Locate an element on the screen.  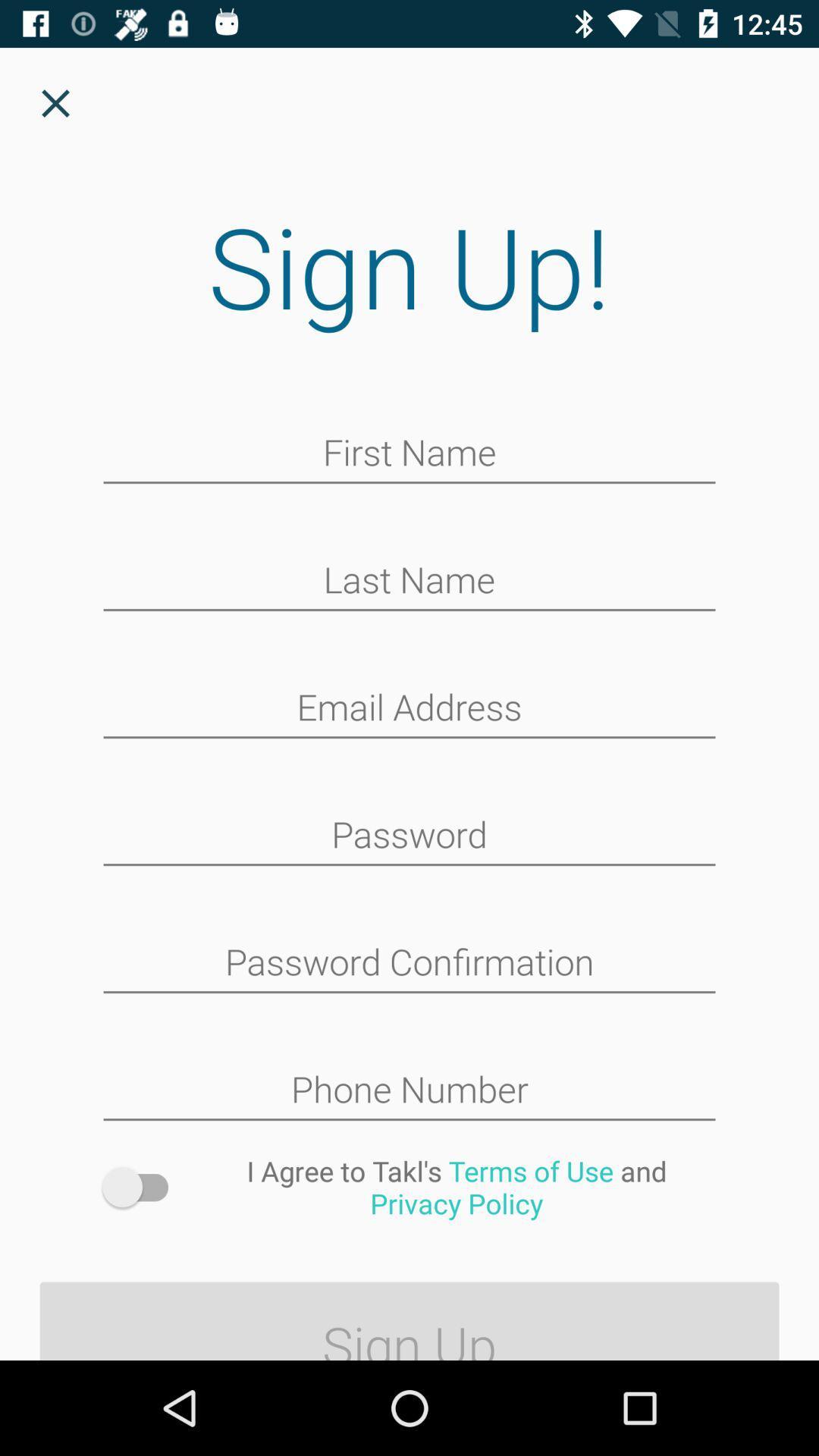
item below sign up! is located at coordinates (409, 453).